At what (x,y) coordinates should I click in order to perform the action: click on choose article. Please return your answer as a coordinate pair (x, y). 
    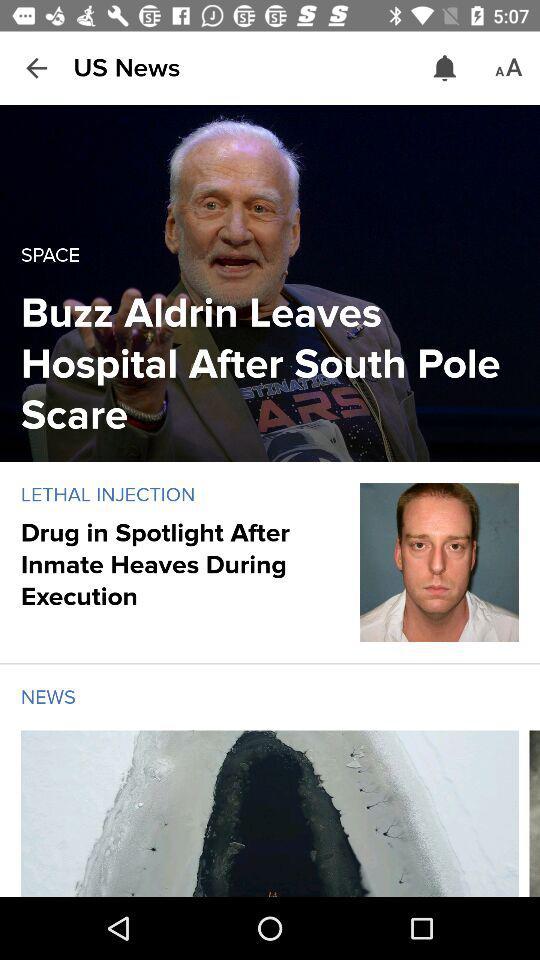
    Looking at the image, I should click on (270, 813).